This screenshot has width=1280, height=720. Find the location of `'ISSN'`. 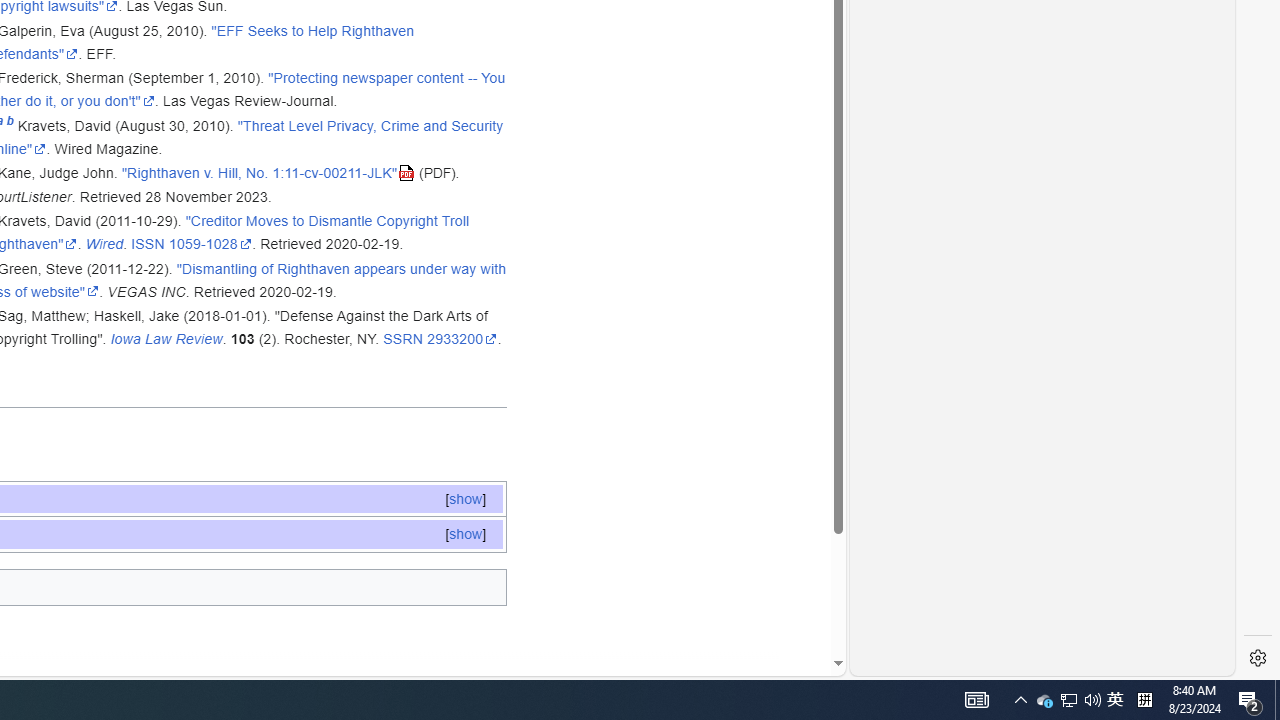

'ISSN' is located at coordinates (146, 243).